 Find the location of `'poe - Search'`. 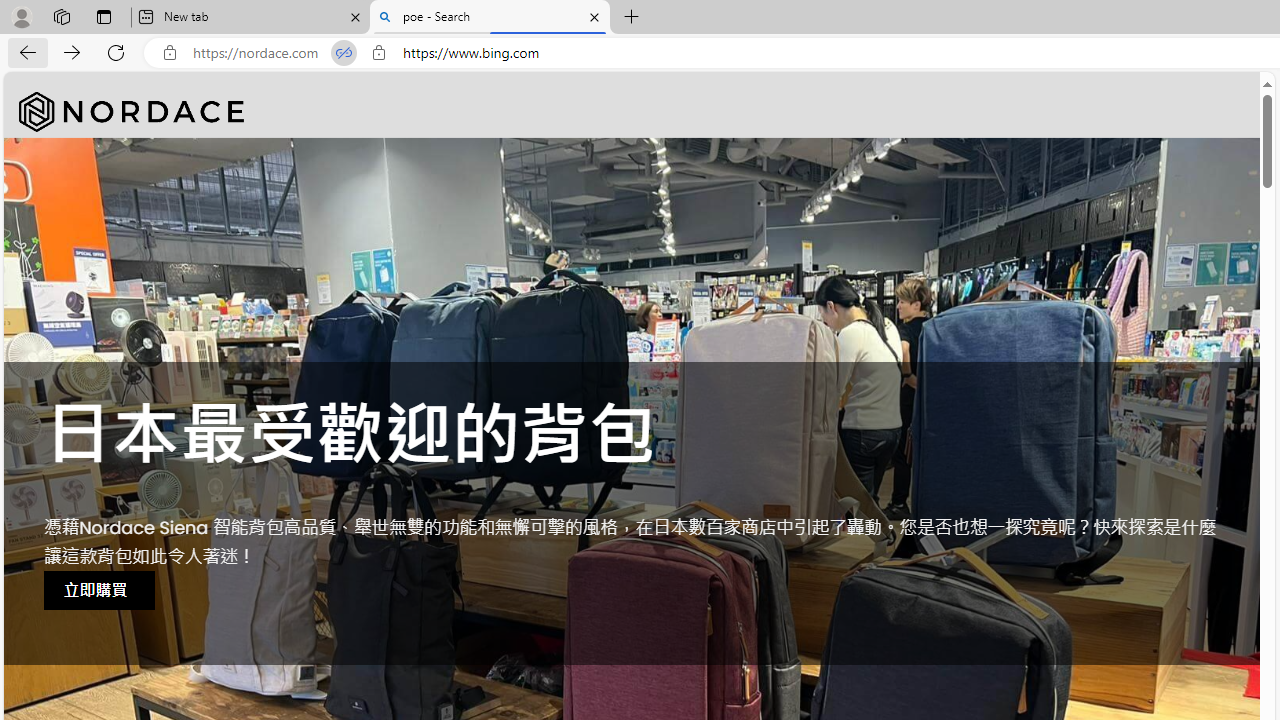

'poe - Search' is located at coordinates (490, 17).